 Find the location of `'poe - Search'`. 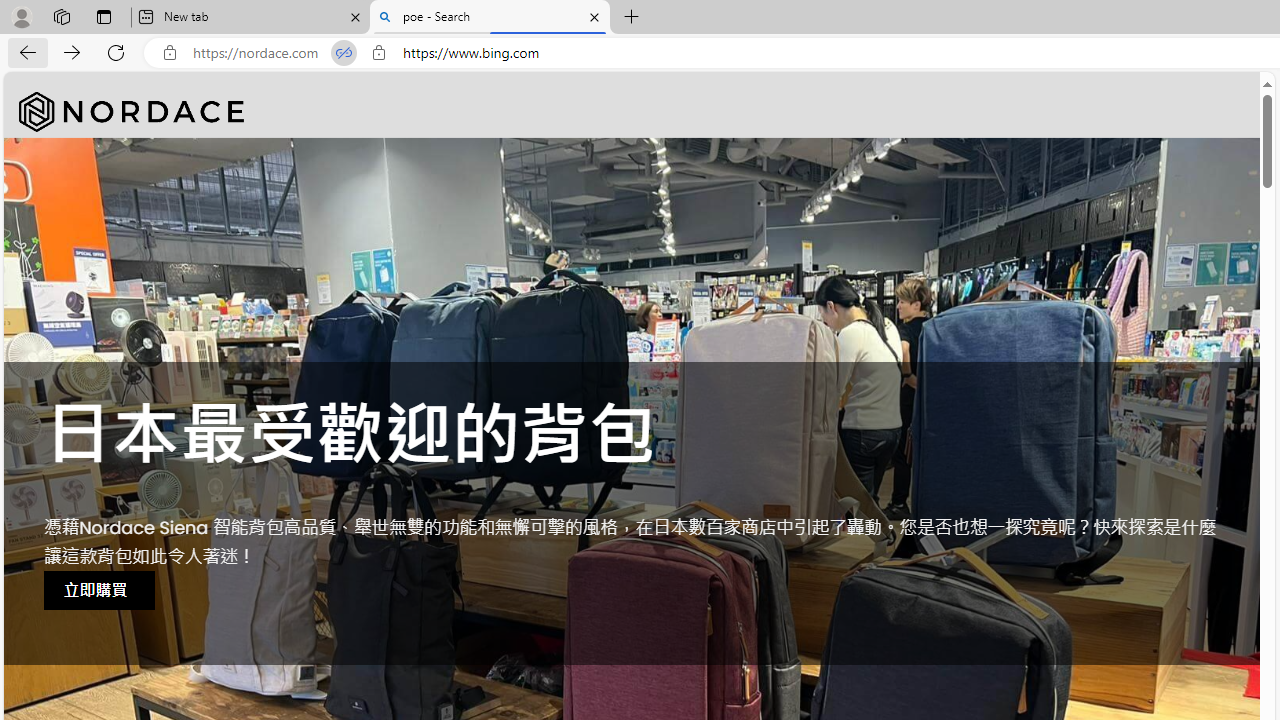

'poe - Search' is located at coordinates (490, 17).